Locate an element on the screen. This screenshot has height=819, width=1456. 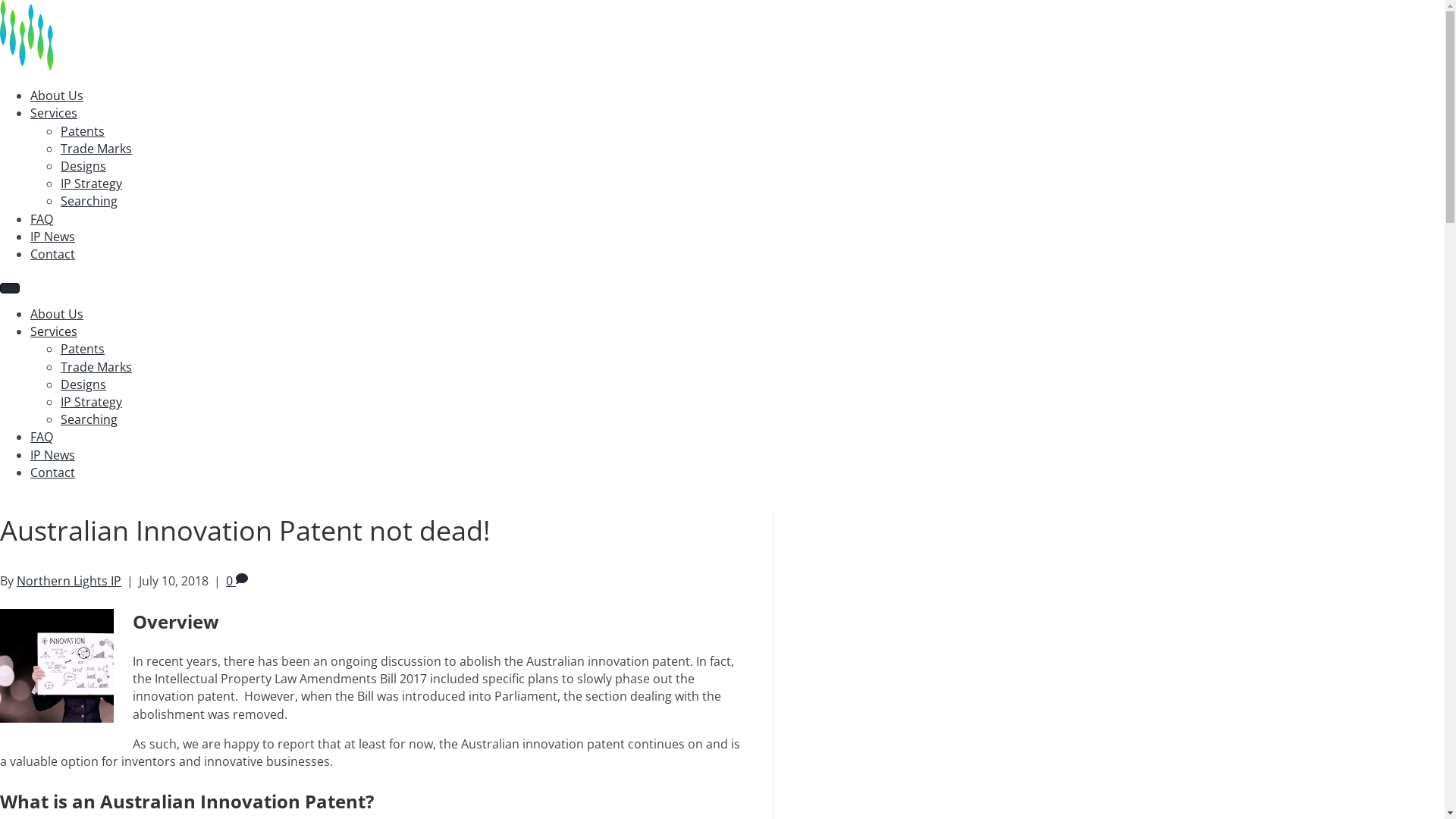
'About Us' is located at coordinates (57, 312).